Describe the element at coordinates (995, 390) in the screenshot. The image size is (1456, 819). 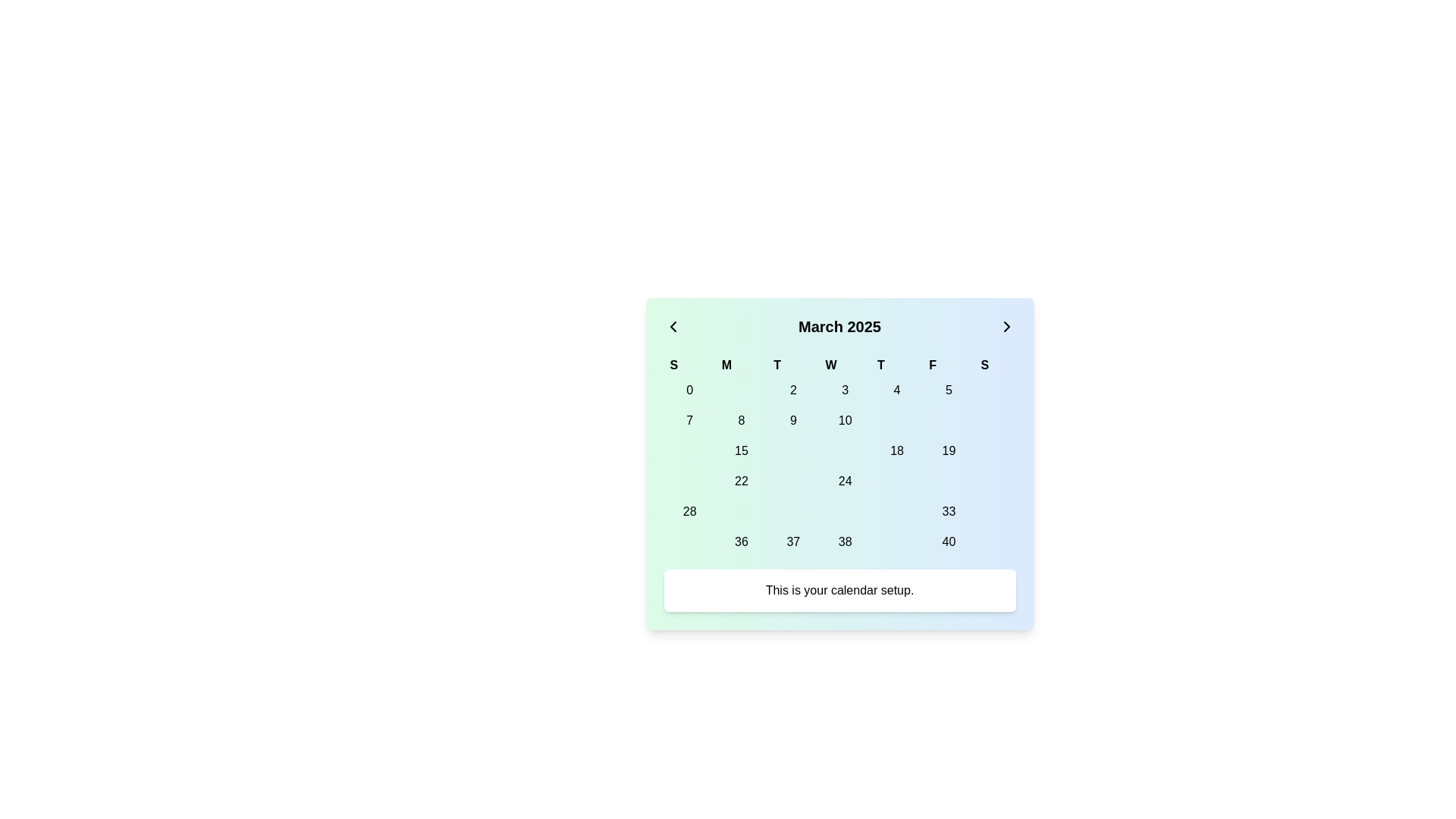
I see `the visual indicator marking a specific date in the Saturday column of the calendar` at that location.